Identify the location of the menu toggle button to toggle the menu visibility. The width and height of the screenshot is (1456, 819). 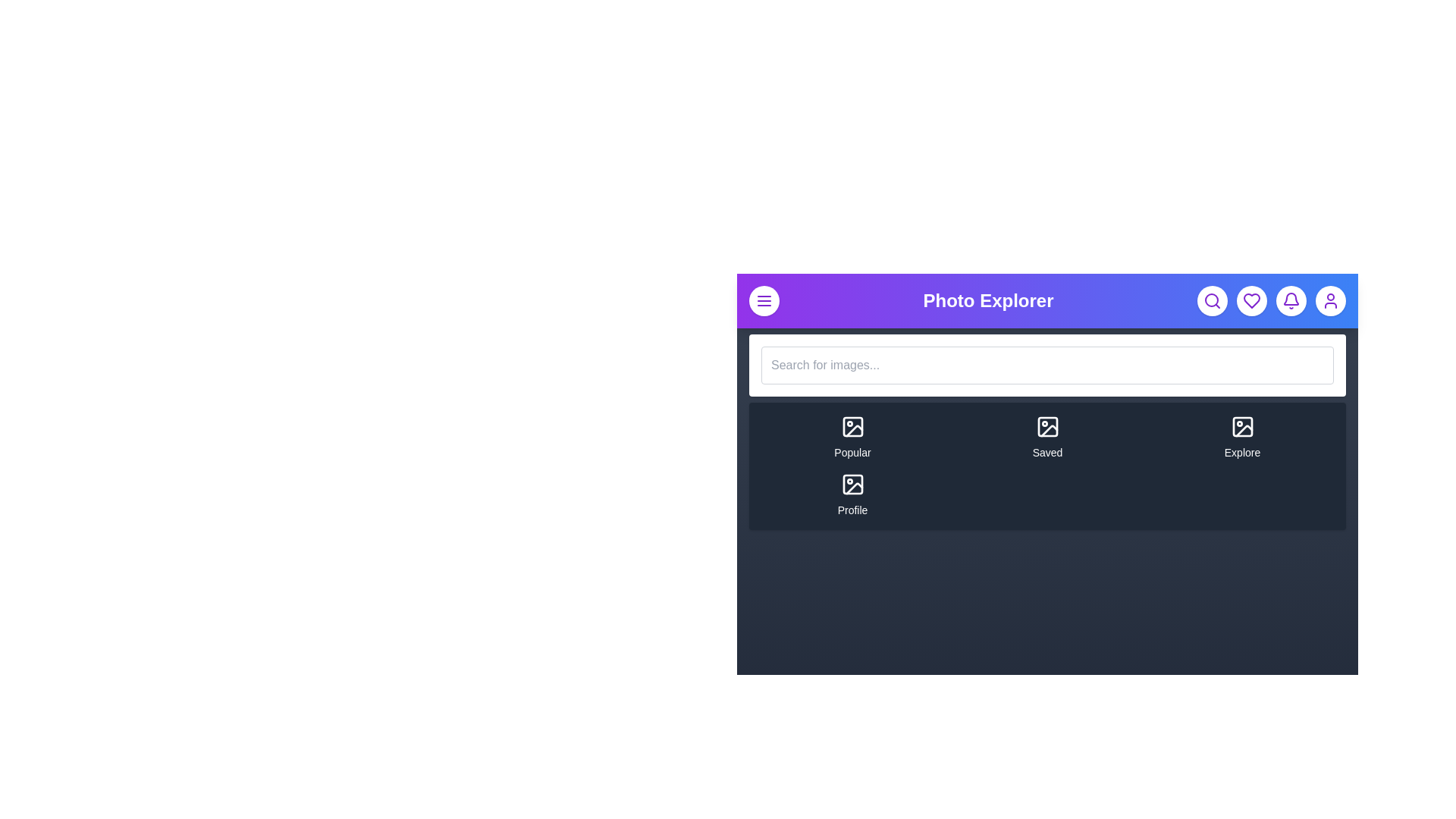
(764, 301).